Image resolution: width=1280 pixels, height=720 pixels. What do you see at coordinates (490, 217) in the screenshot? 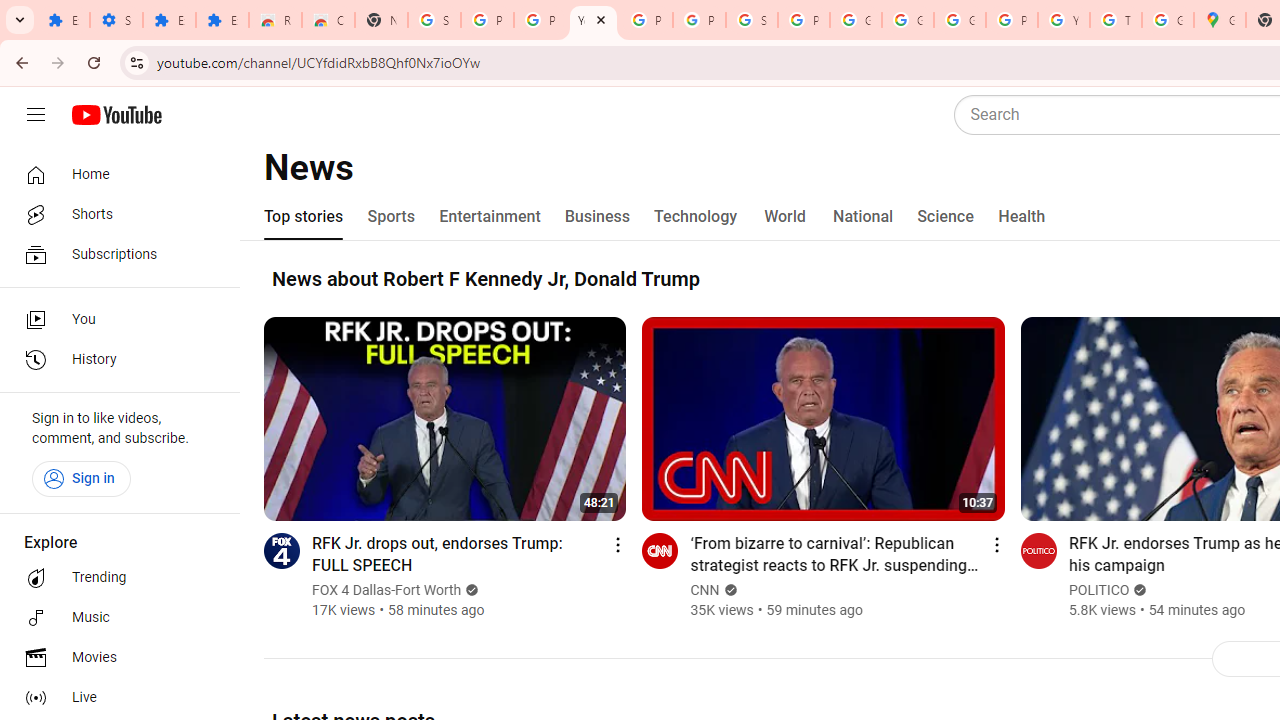
I see `'Entertainment'` at bounding box center [490, 217].